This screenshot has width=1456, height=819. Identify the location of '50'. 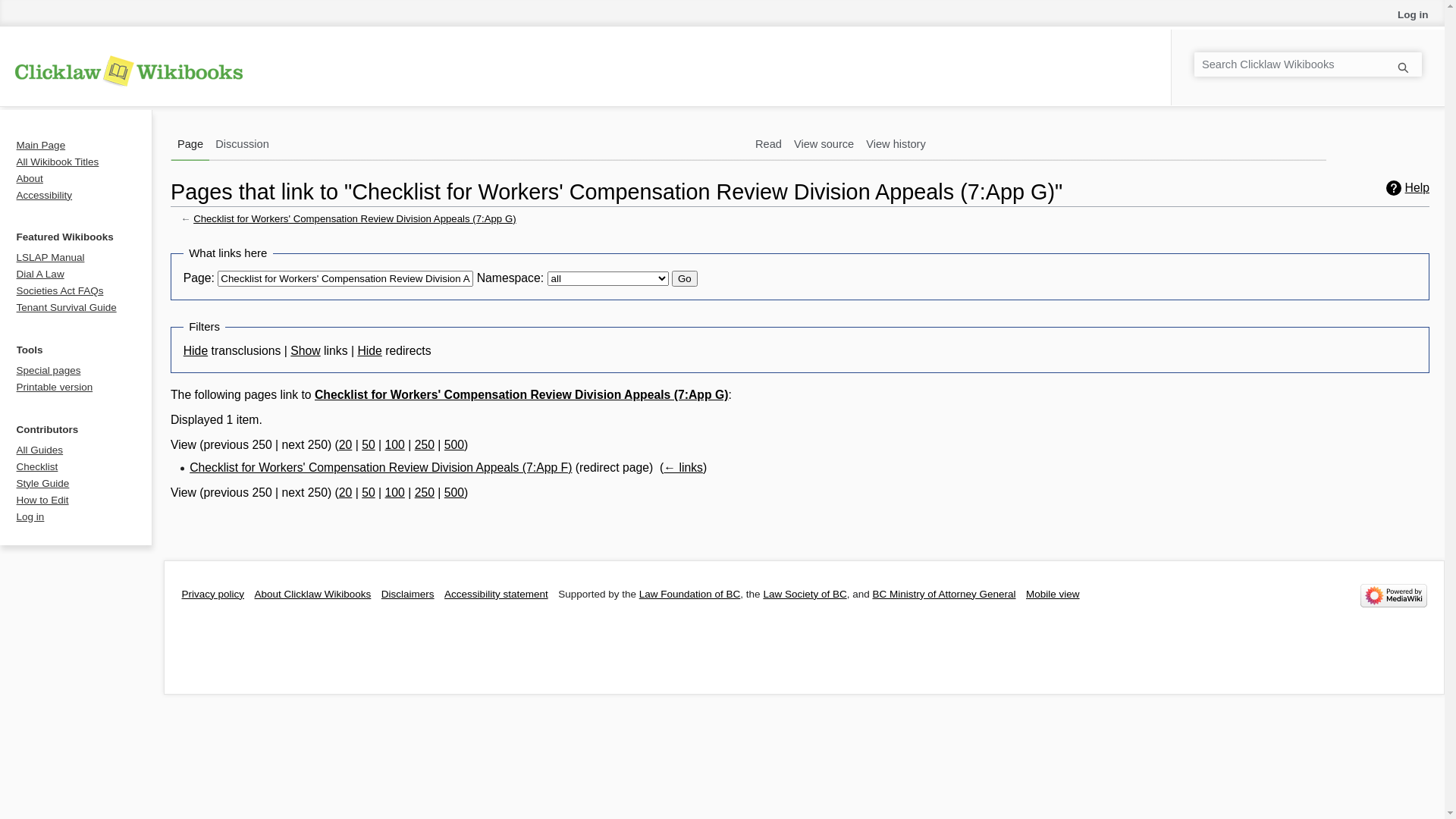
(368, 444).